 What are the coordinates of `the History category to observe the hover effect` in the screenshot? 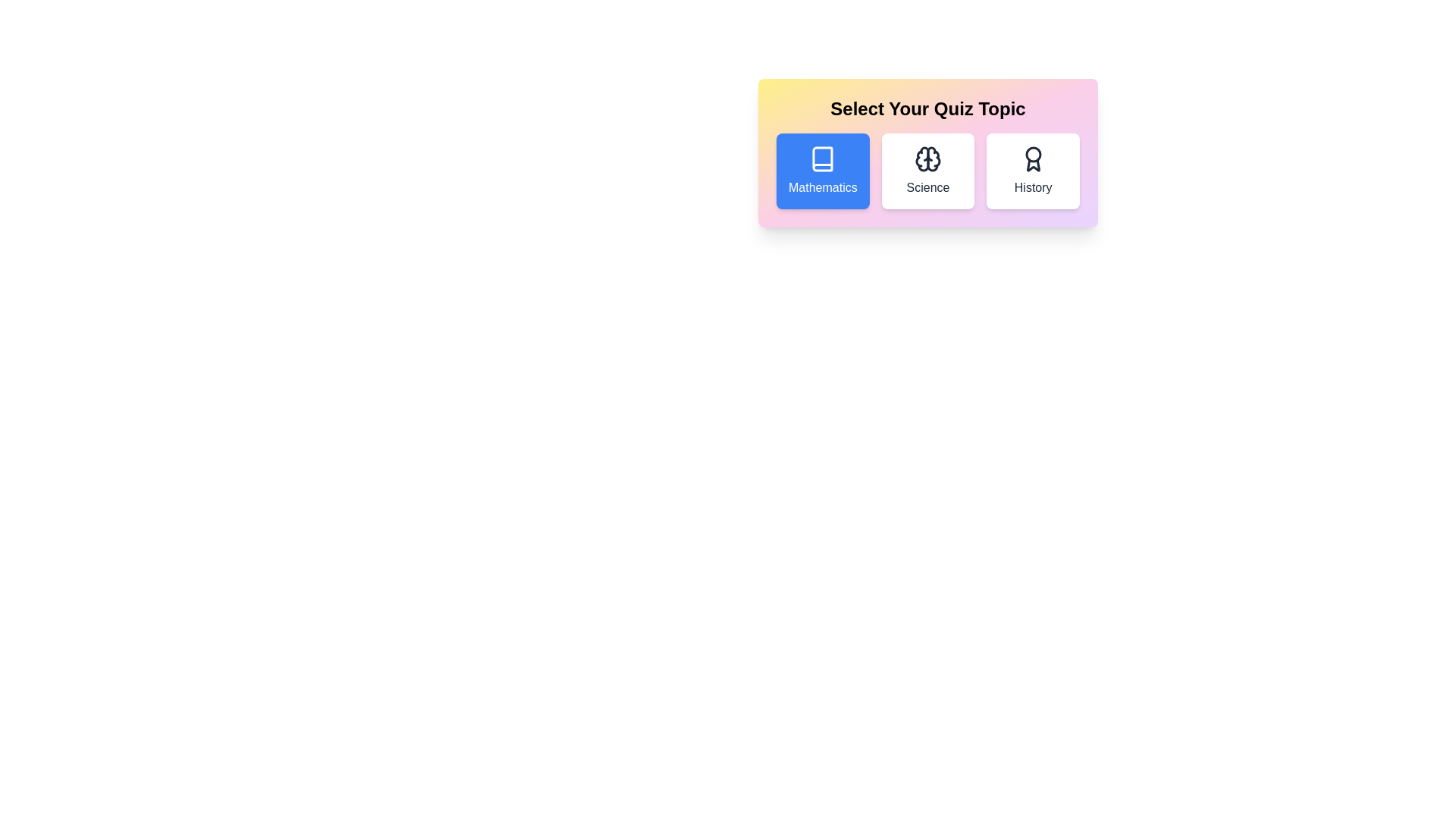 It's located at (1033, 171).